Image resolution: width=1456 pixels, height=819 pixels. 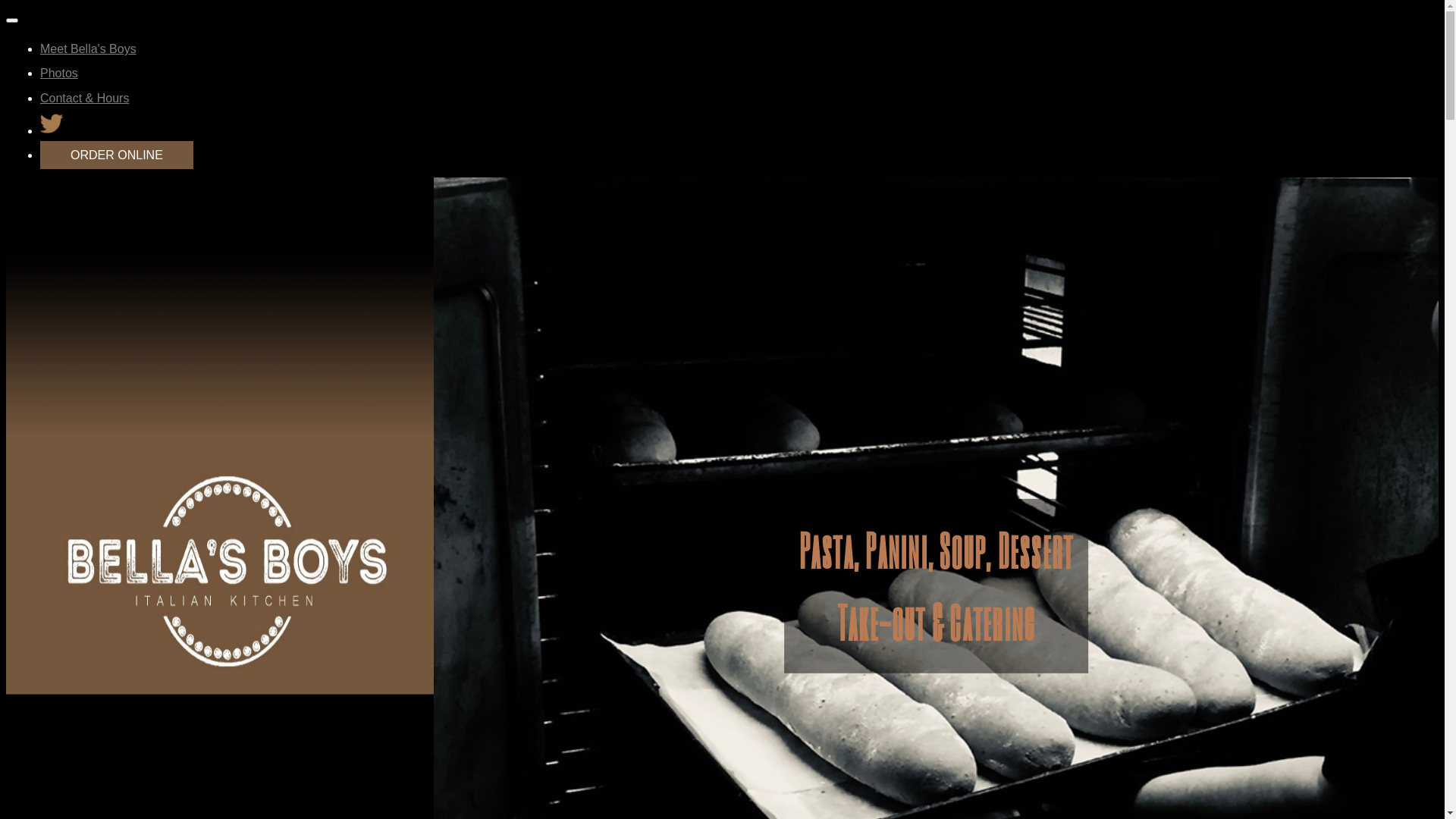 I want to click on 'Contact & Hours', so click(x=83, y=98).